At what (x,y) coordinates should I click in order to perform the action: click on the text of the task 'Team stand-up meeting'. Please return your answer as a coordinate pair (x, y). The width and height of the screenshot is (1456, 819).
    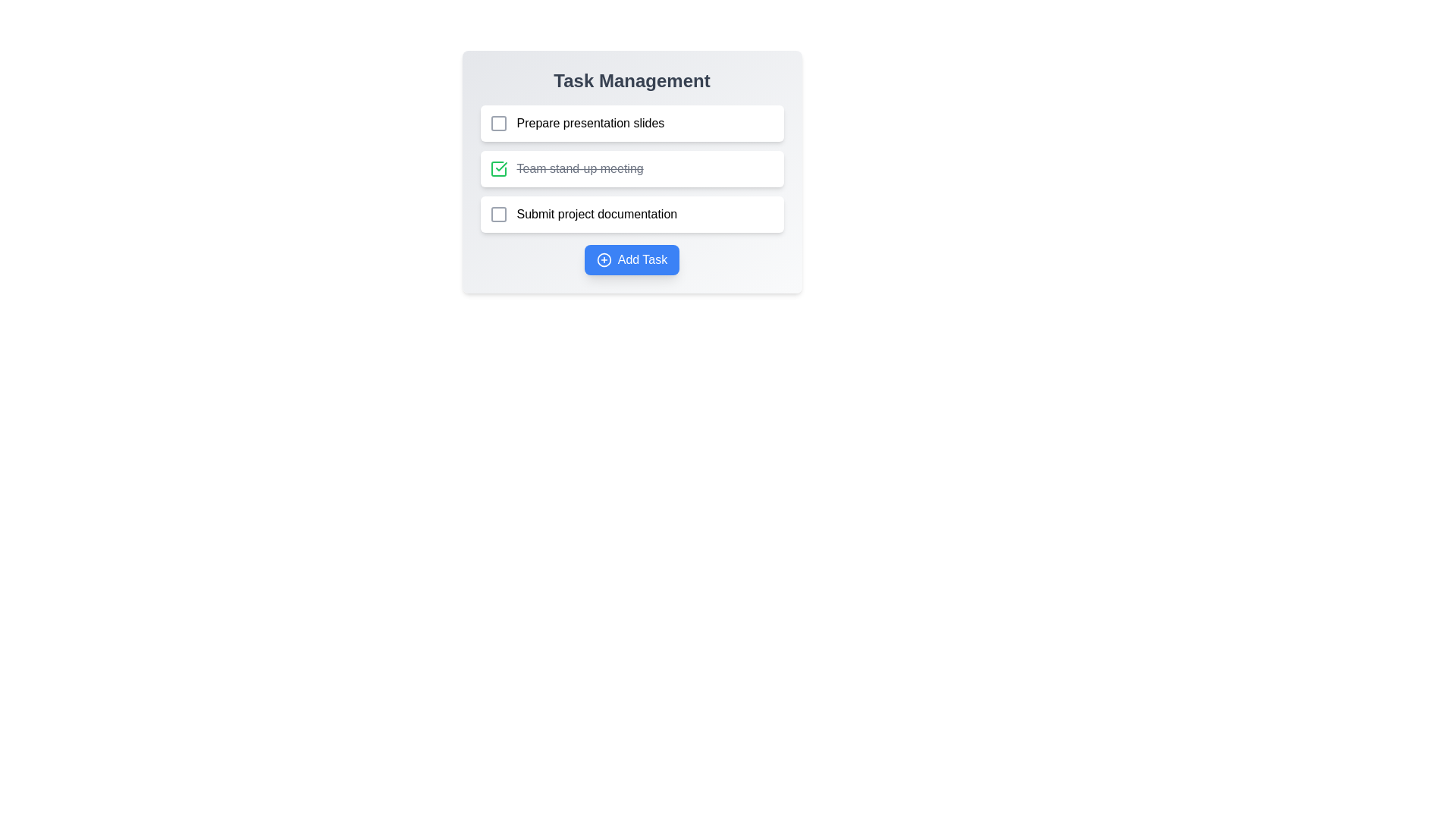
    Looking at the image, I should click on (579, 169).